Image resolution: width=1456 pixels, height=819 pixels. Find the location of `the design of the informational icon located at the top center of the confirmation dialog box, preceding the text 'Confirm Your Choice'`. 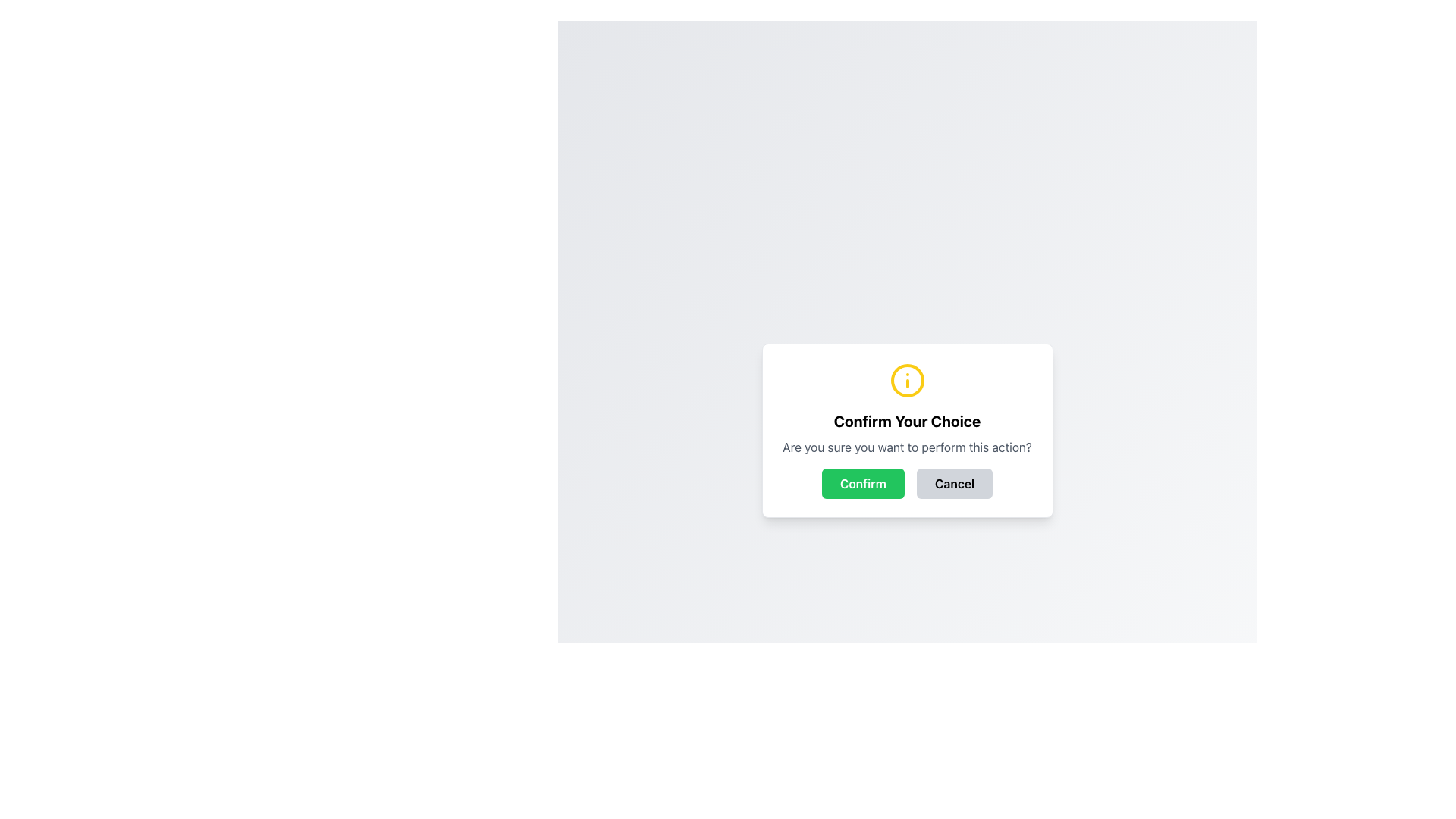

the design of the informational icon located at the top center of the confirmation dialog box, preceding the text 'Confirm Your Choice' is located at coordinates (907, 379).